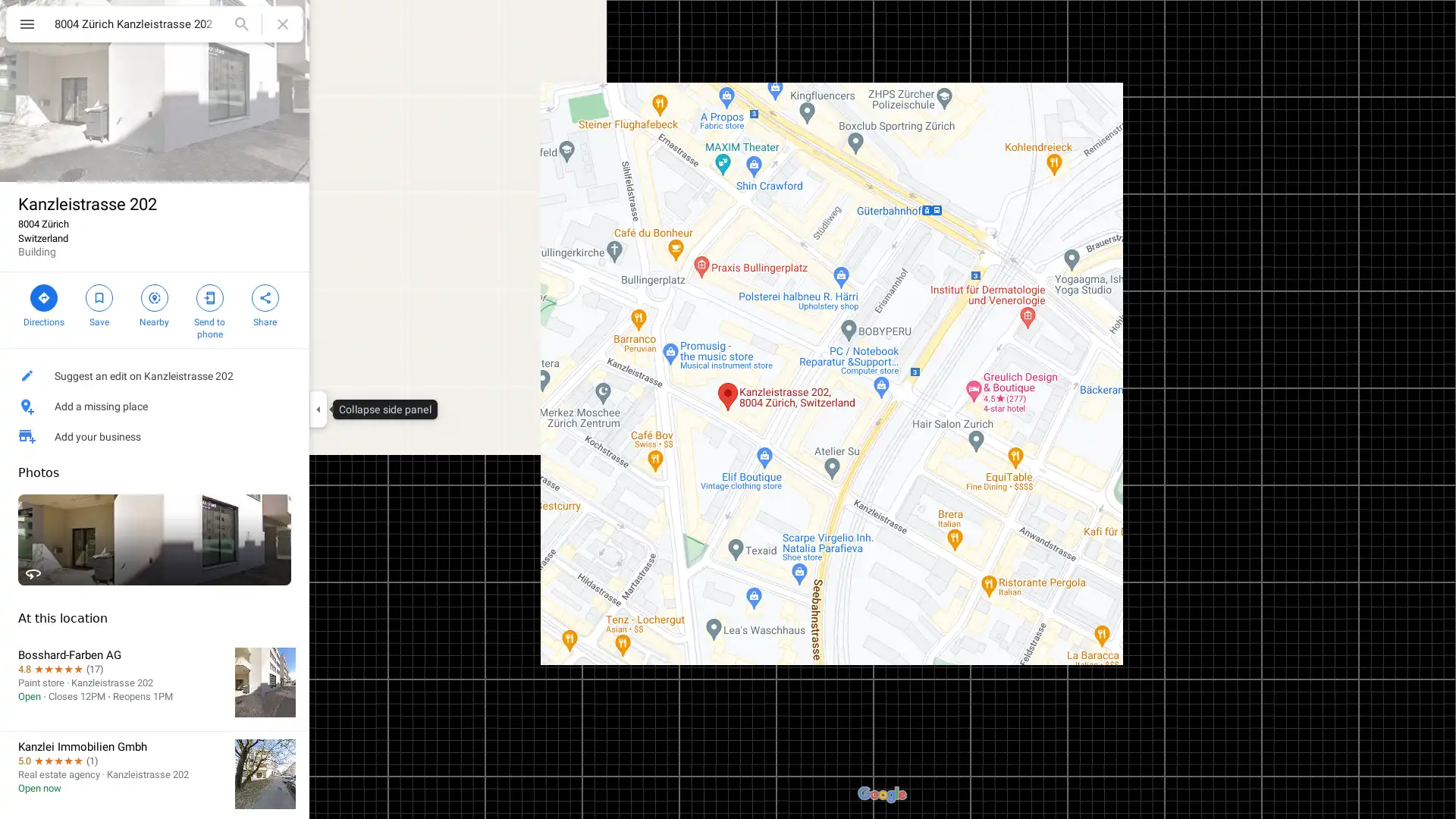 The height and width of the screenshot is (819, 1456). I want to click on Share Kanzleistrasse 202, so click(265, 304).